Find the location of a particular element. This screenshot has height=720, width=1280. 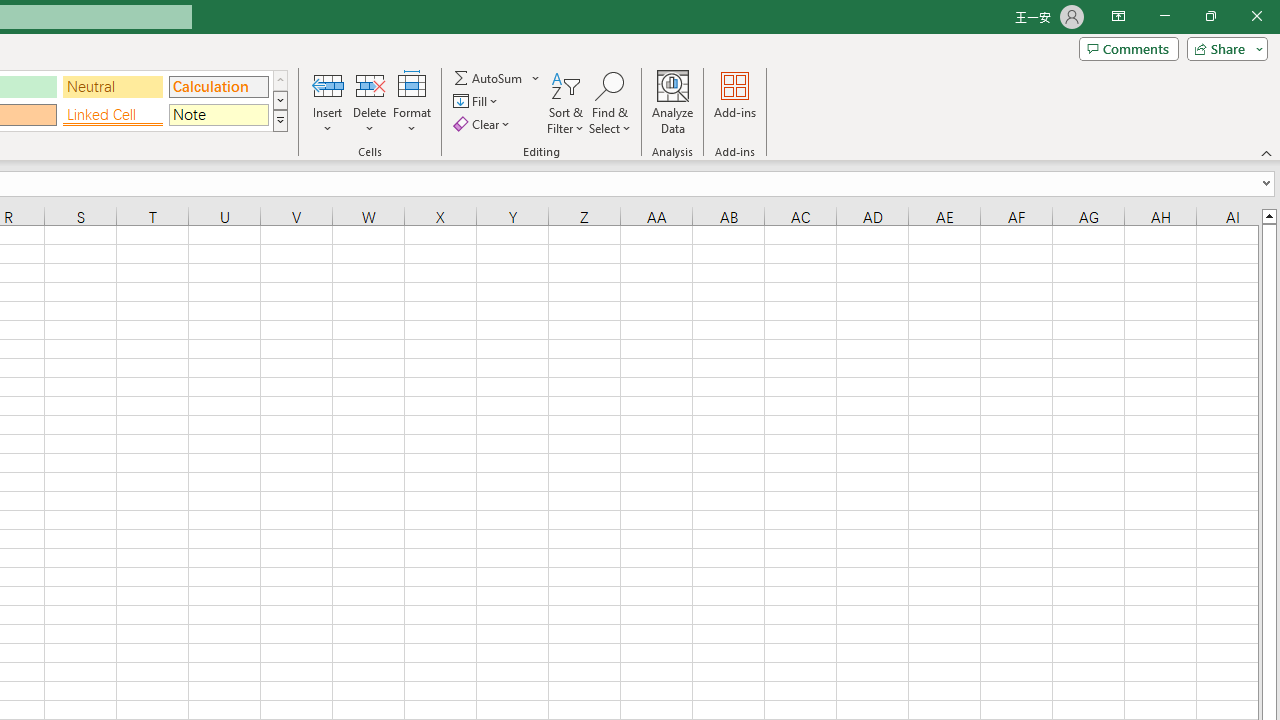

'Delete' is located at coordinates (369, 103).